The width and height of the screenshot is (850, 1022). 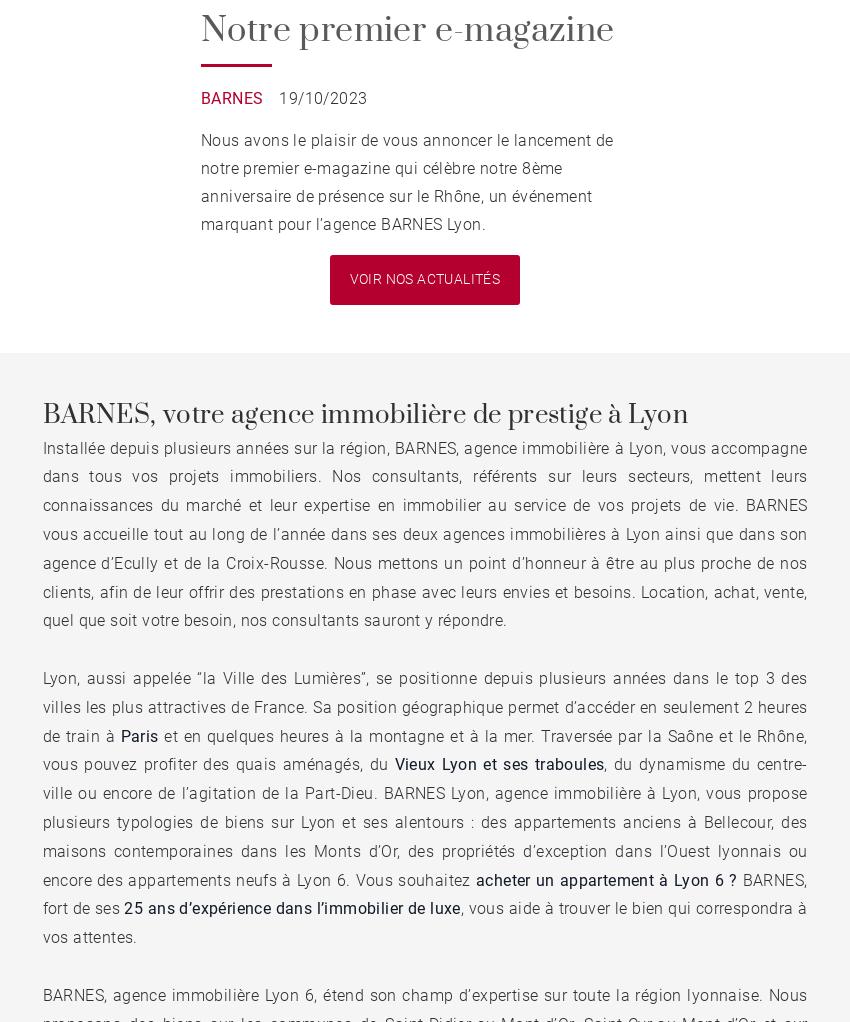 What do you see at coordinates (138, 734) in the screenshot?
I see `'Paris'` at bounding box center [138, 734].